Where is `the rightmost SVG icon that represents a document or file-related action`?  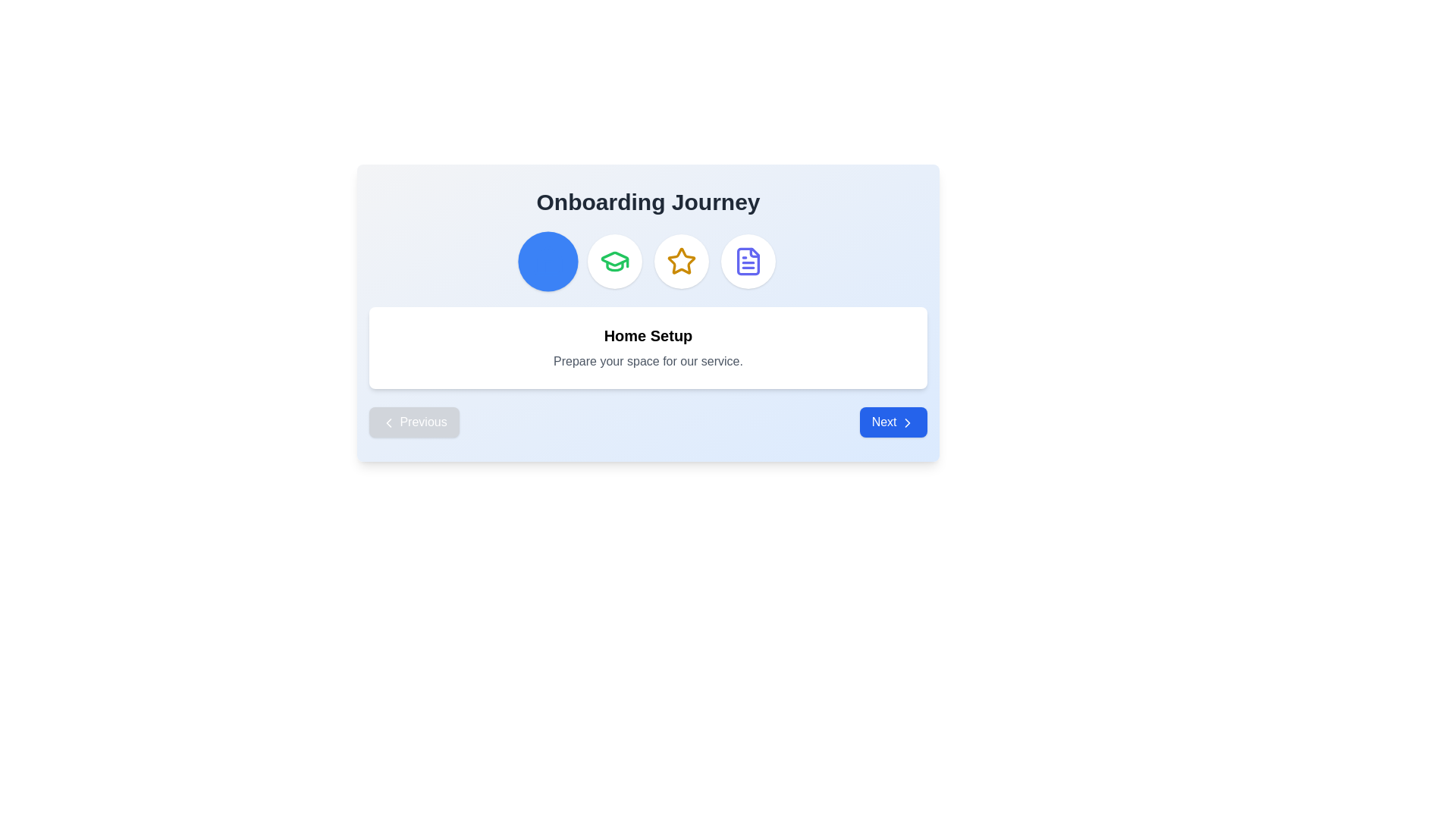 the rightmost SVG icon that represents a document or file-related action is located at coordinates (748, 260).